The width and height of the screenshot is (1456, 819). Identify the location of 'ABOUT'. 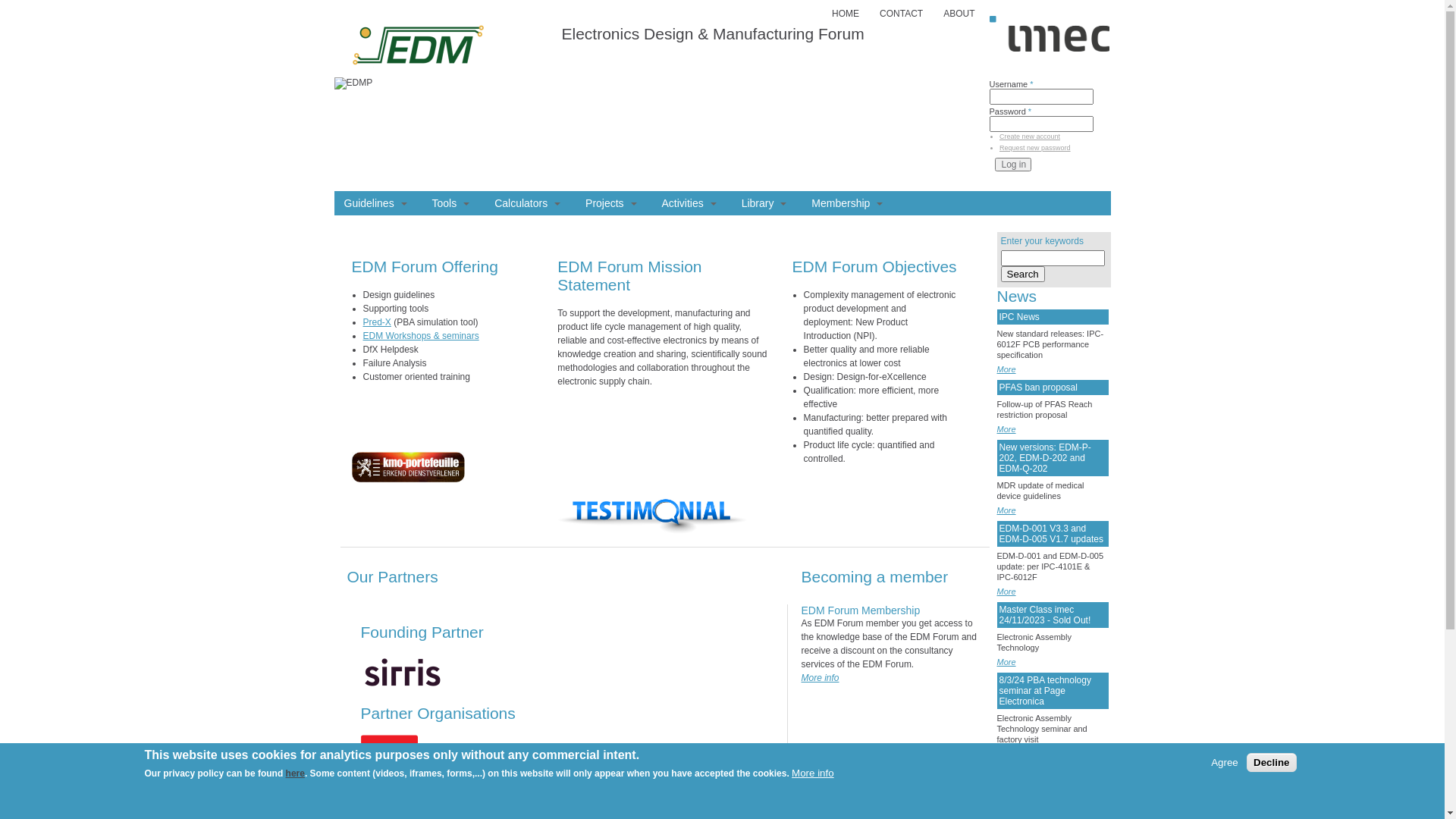
(958, 14).